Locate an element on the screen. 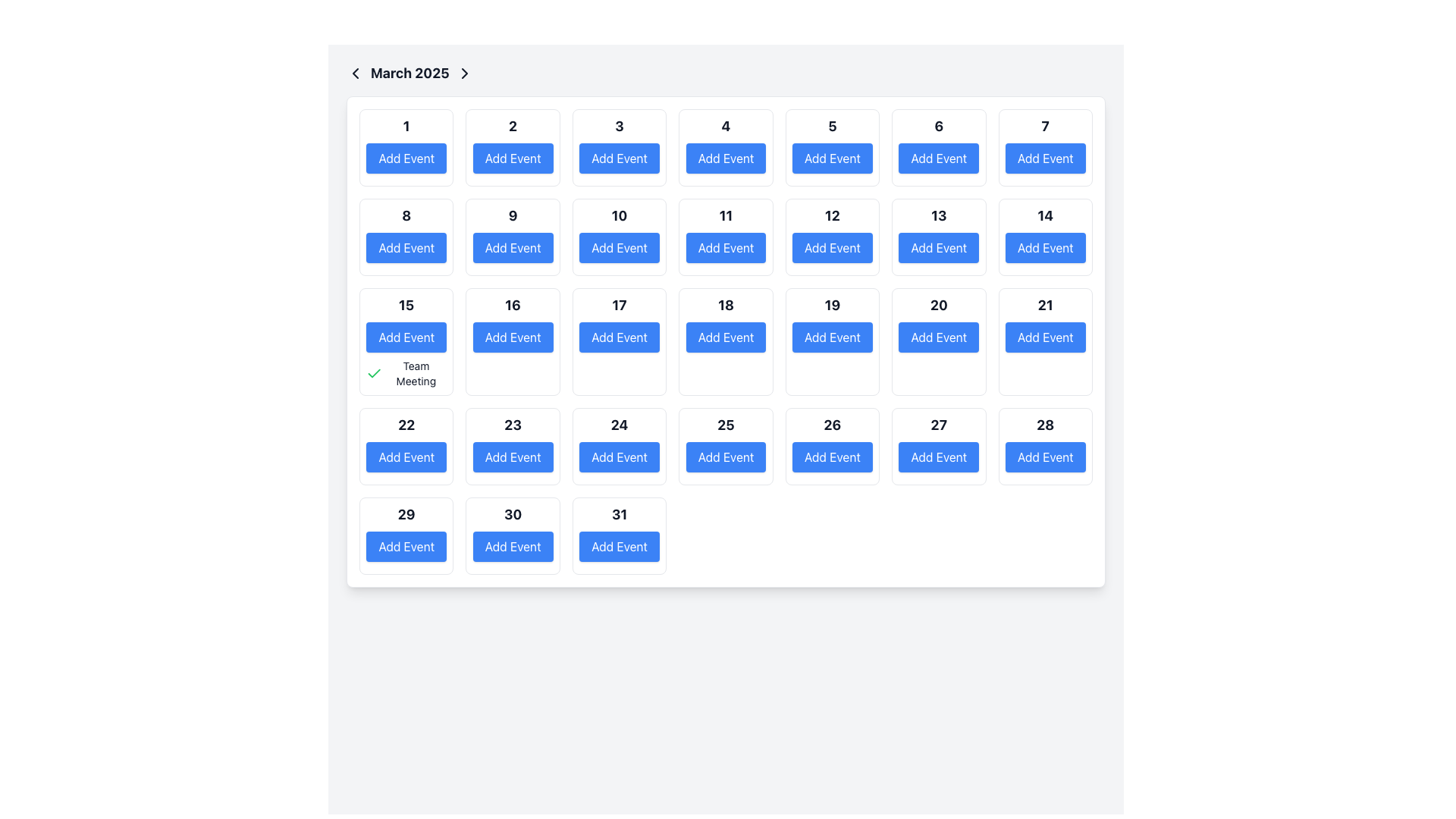 The height and width of the screenshot is (819, 1456). the button labeled '10' in the calendar interface is located at coordinates (620, 237).